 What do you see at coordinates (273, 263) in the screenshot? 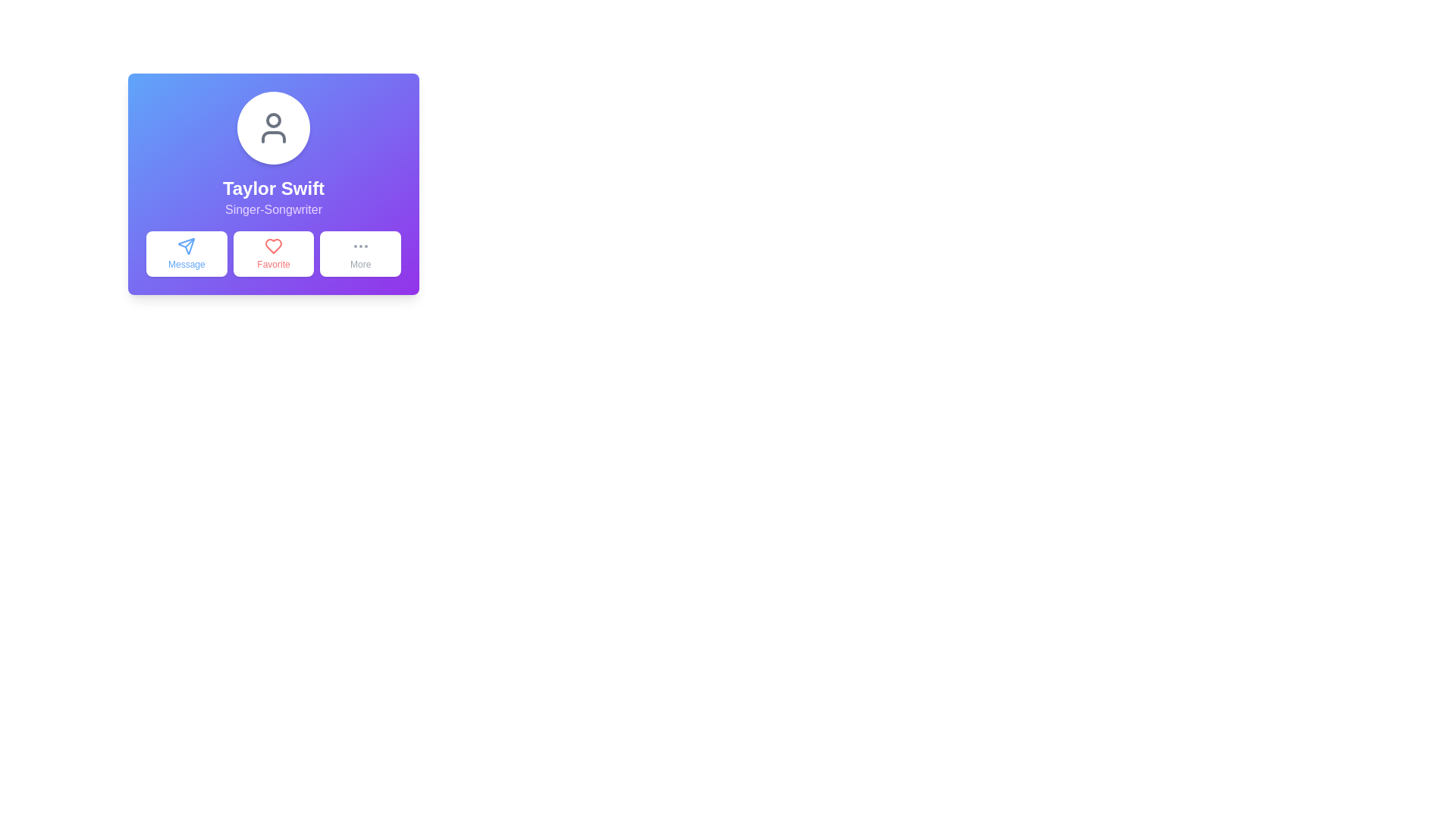
I see `text label displaying the word 'Favorite', which is styled in a muted red color and positioned below a heart-shaped icon on a rounded rectangle button` at bounding box center [273, 263].